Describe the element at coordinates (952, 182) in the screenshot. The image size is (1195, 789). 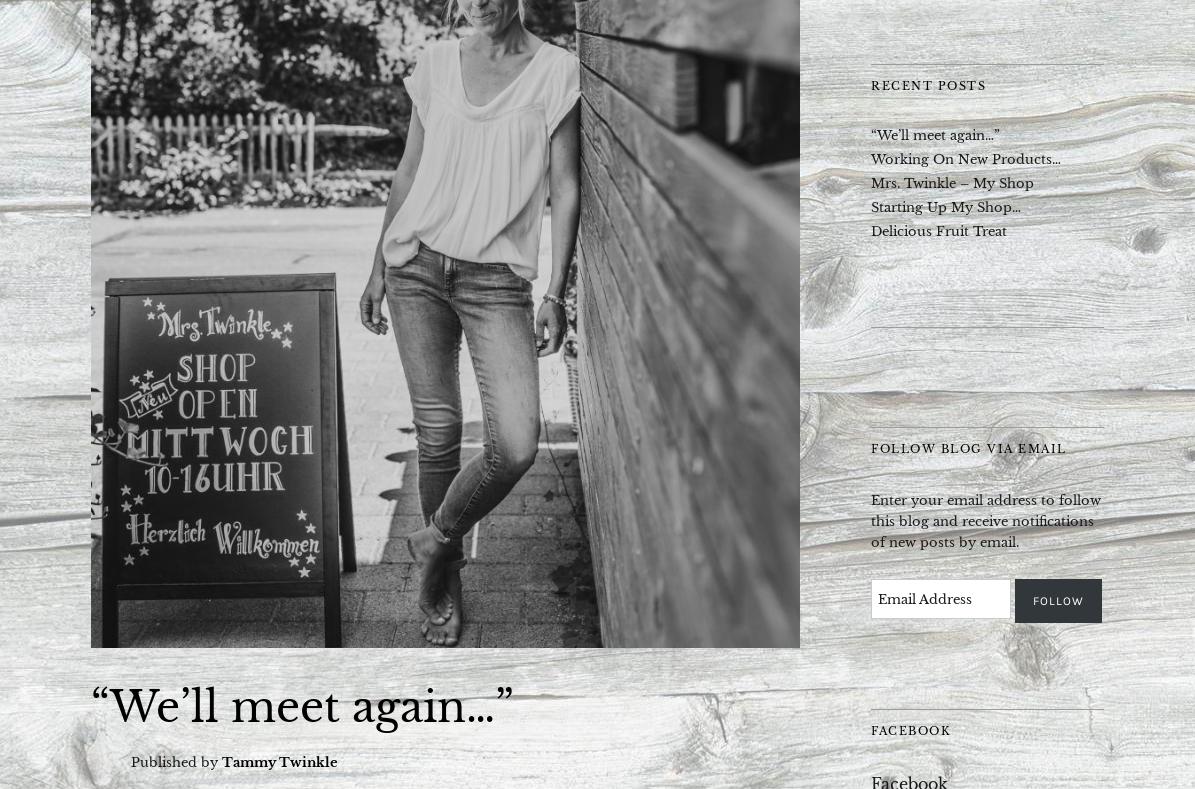
I see `'Mrs. Twinkle – My Shop'` at that location.